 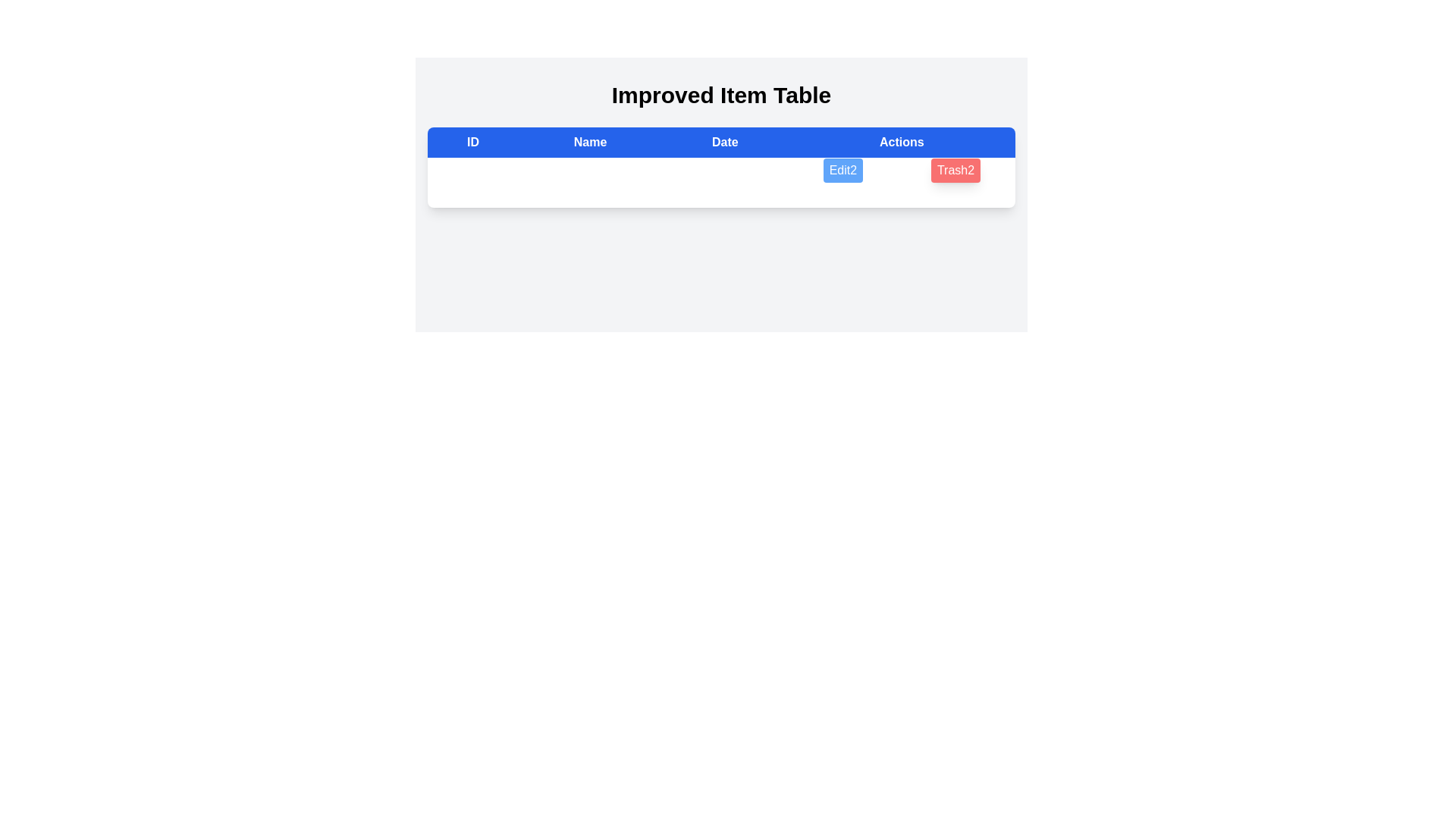 What do you see at coordinates (954, 170) in the screenshot?
I see `the 'Trash' button to delete the corresponding row` at bounding box center [954, 170].